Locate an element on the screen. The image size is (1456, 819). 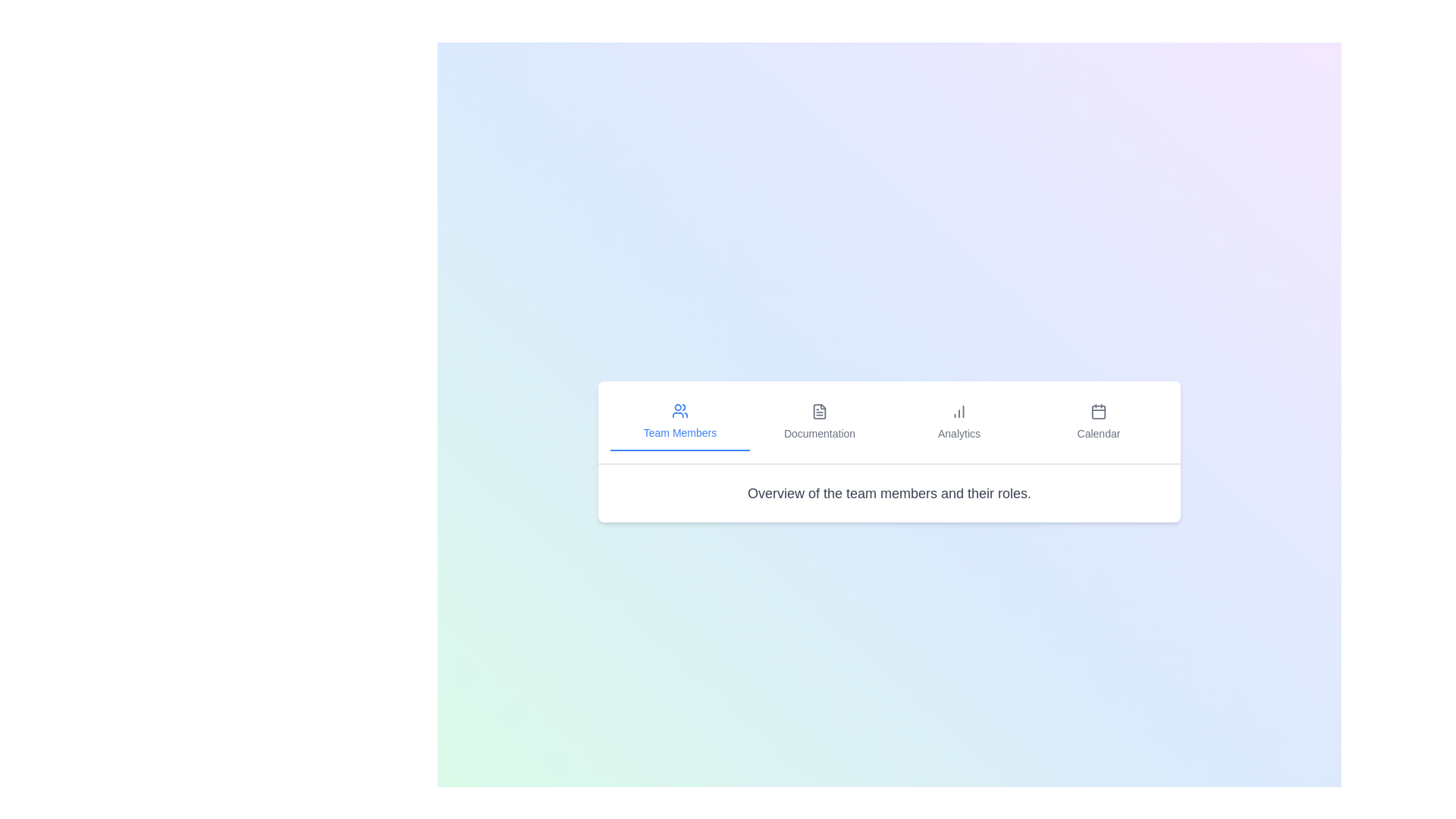
the Calendar tab to view its tooltip is located at coordinates (1099, 422).